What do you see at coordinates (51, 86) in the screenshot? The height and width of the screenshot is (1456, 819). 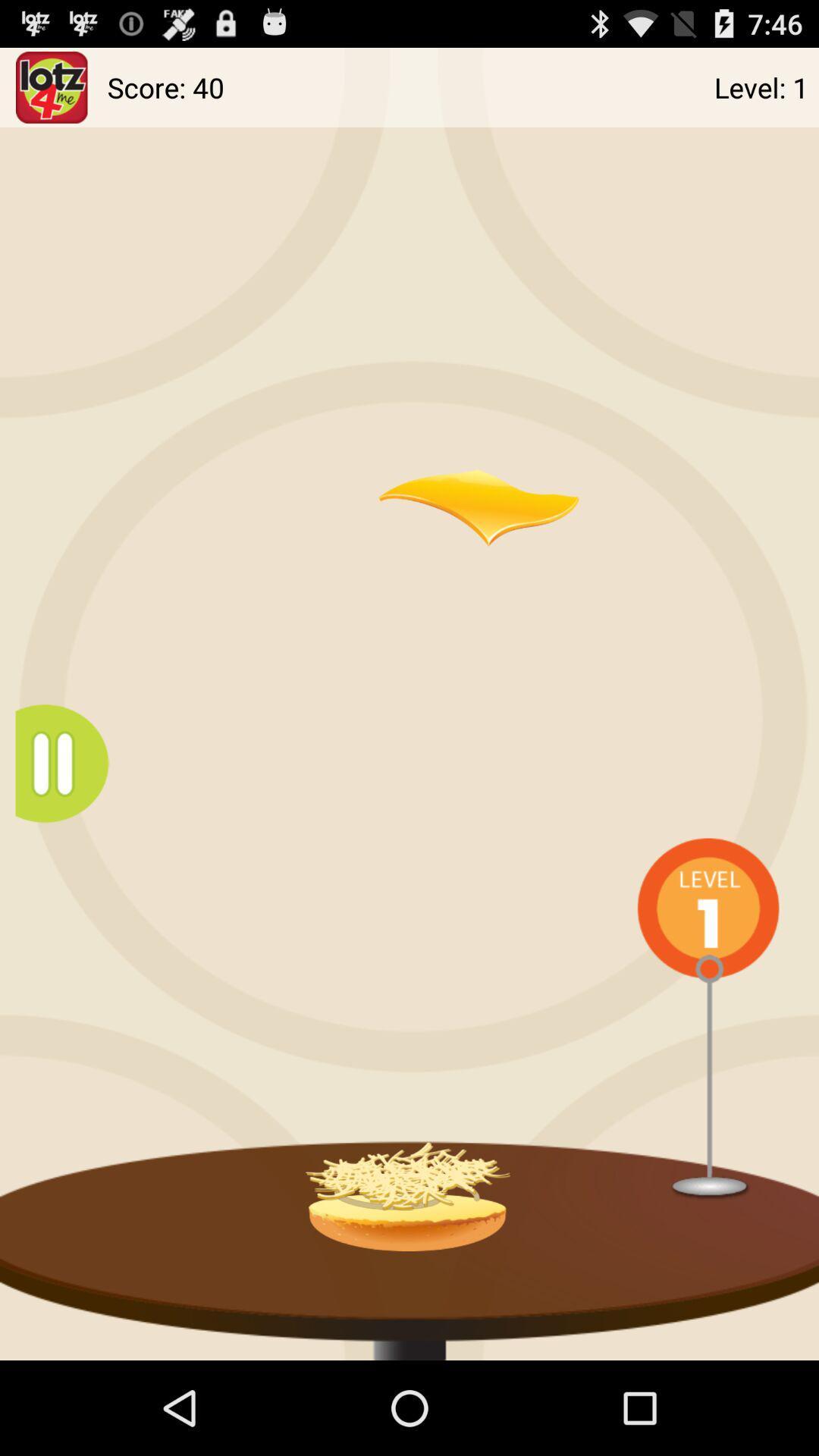 I see `open this app` at bounding box center [51, 86].